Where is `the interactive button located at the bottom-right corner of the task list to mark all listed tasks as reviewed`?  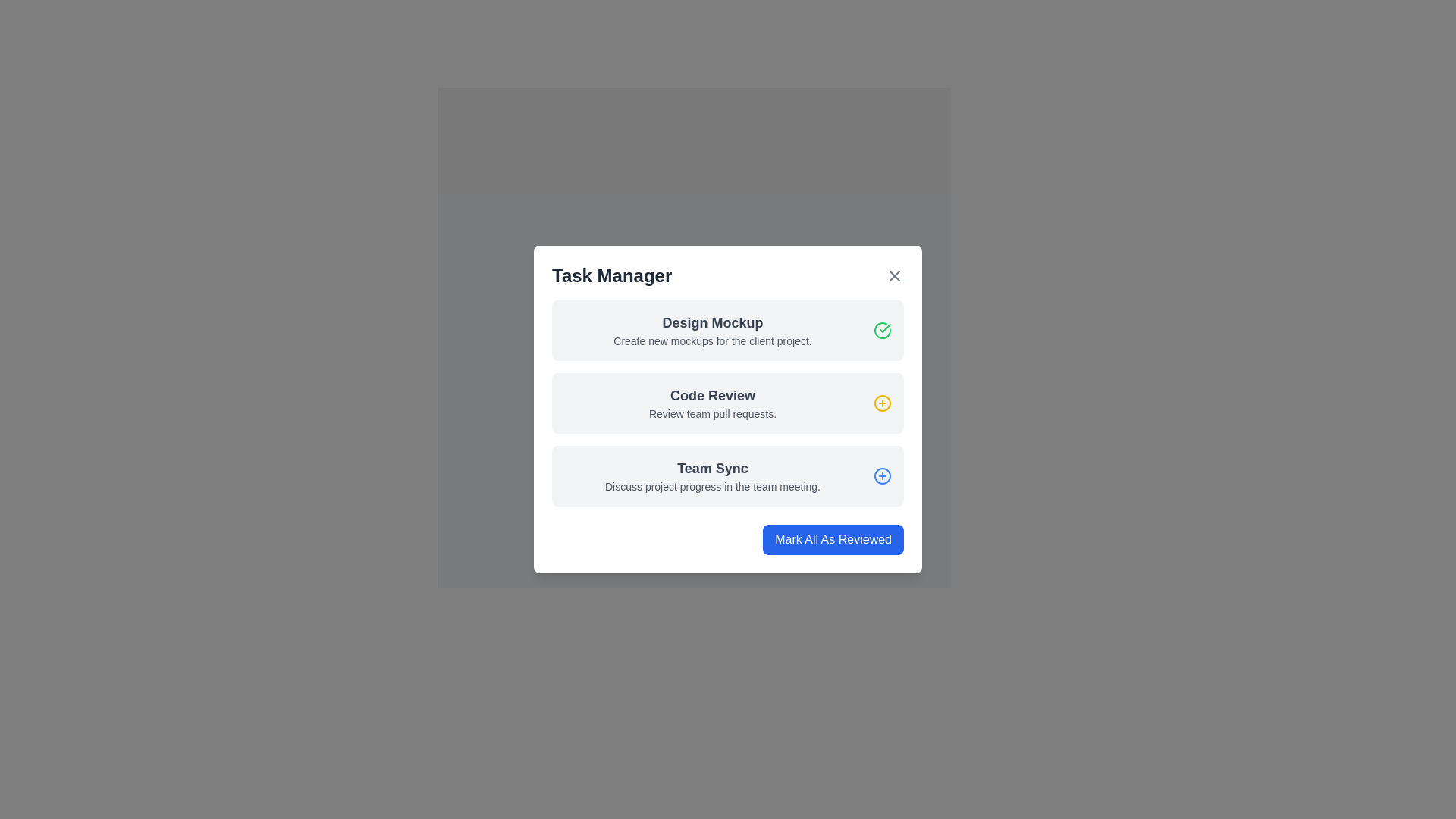
the interactive button located at the bottom-right corner of the task list to mark all listed tasks as reviewed is located at coordinates (728, 539).